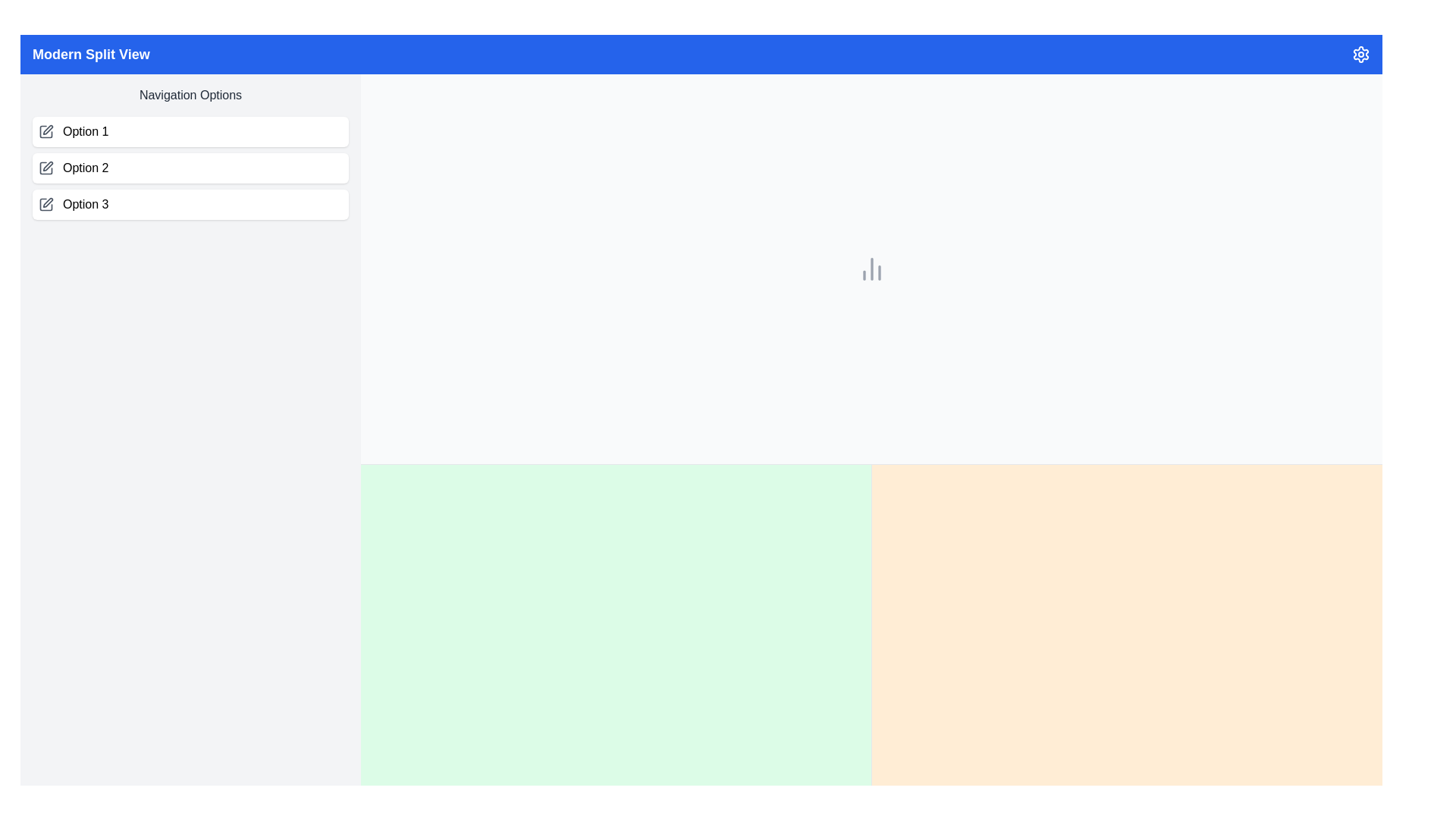  What do you see at coordinates (48, 166) in the screenshot?
I see `the edit function icon styled in gray, located next to the 'Option 2' button in the left sidebar` at bounding box center [48, 166].